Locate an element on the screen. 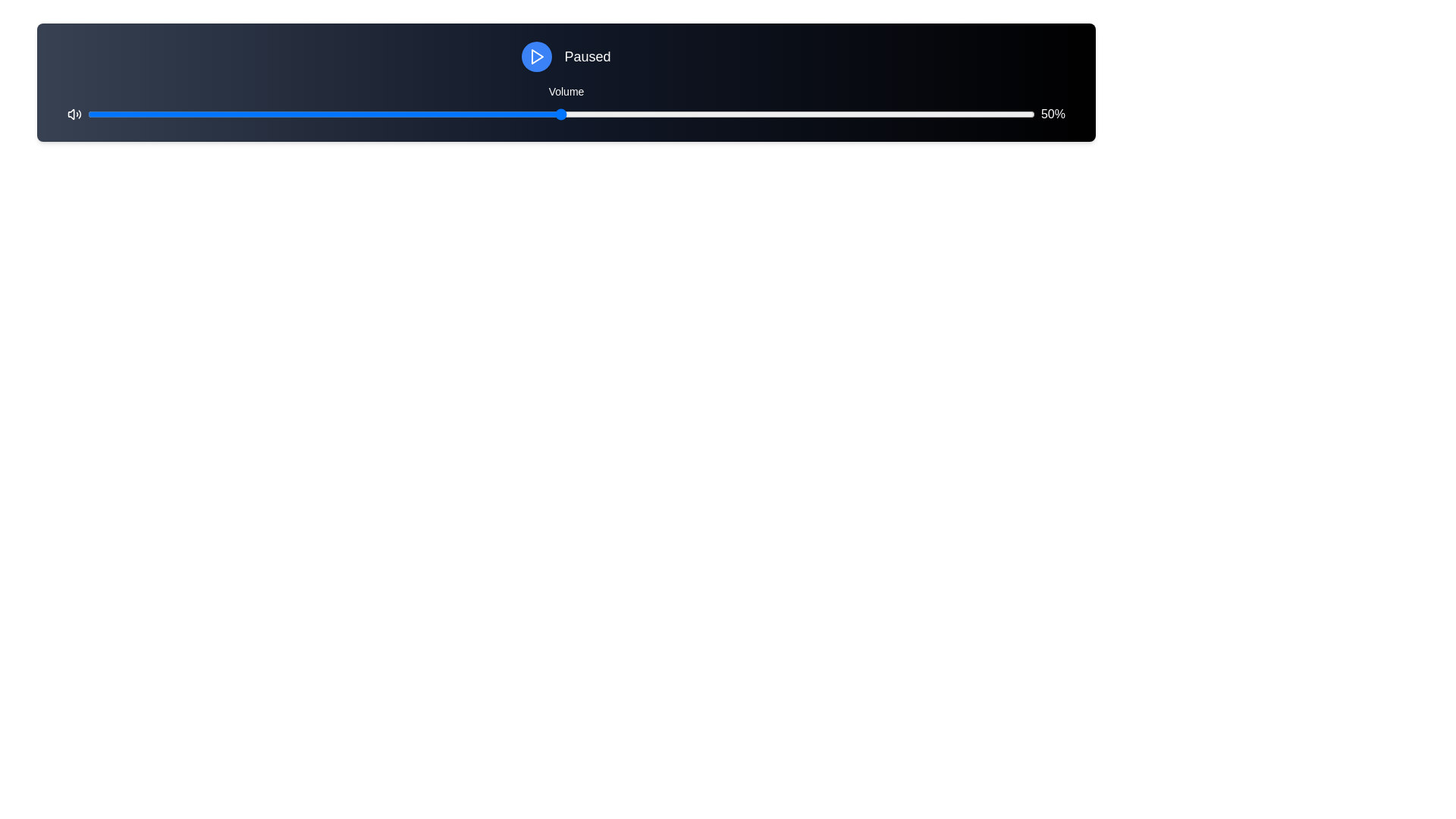 The width and height of the screenshot is (1456, 819). the volume is located at coordinates (826, 113).